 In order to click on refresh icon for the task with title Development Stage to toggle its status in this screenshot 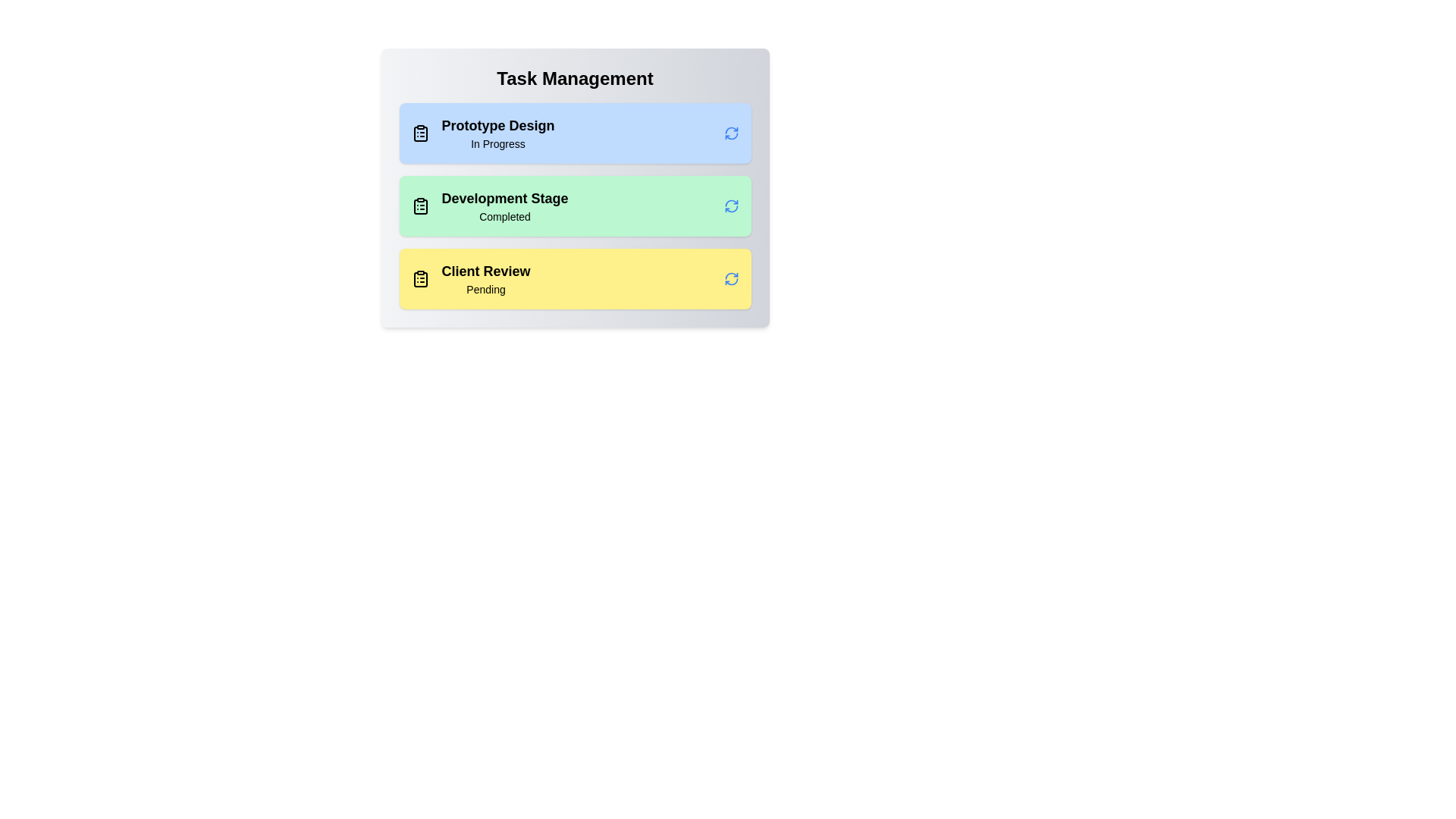, I will do `click(731, 206)`.